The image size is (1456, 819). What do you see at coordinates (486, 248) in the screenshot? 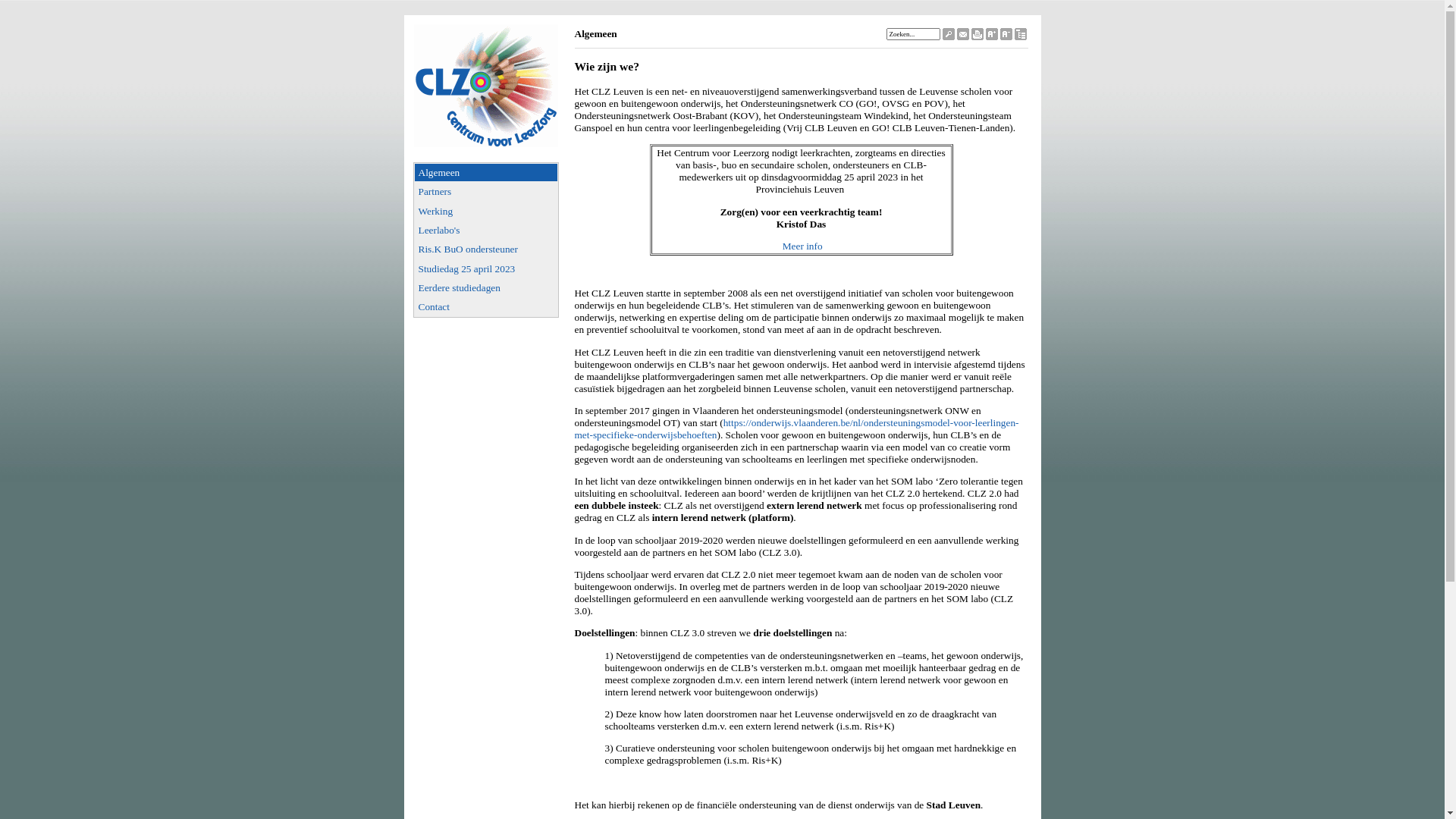
I see `'Ris.K BuO ondersteuner'` at bounding box center [486, 248].